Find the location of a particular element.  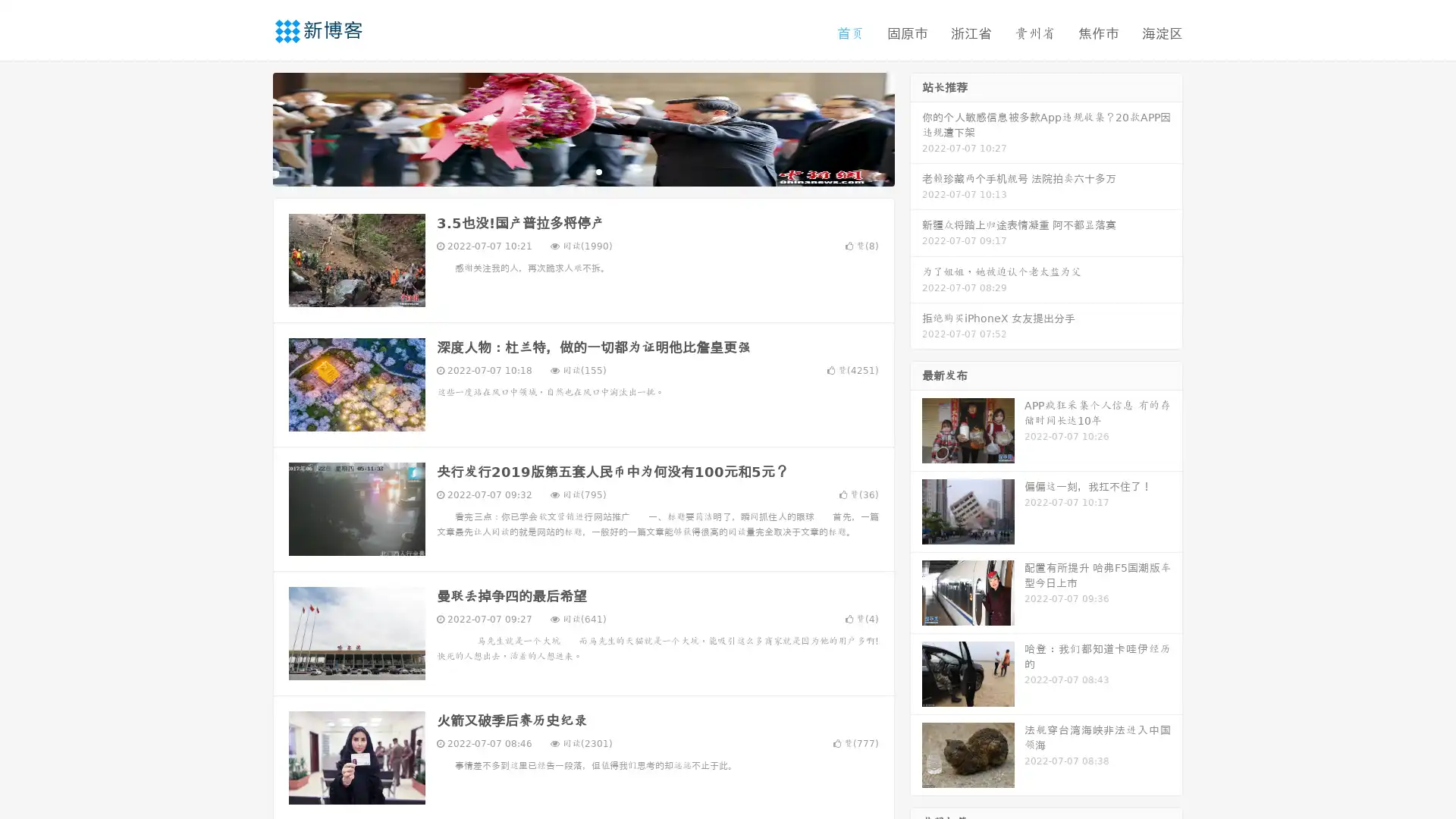

Go to slide 1 is located at coordinates (567, 171).